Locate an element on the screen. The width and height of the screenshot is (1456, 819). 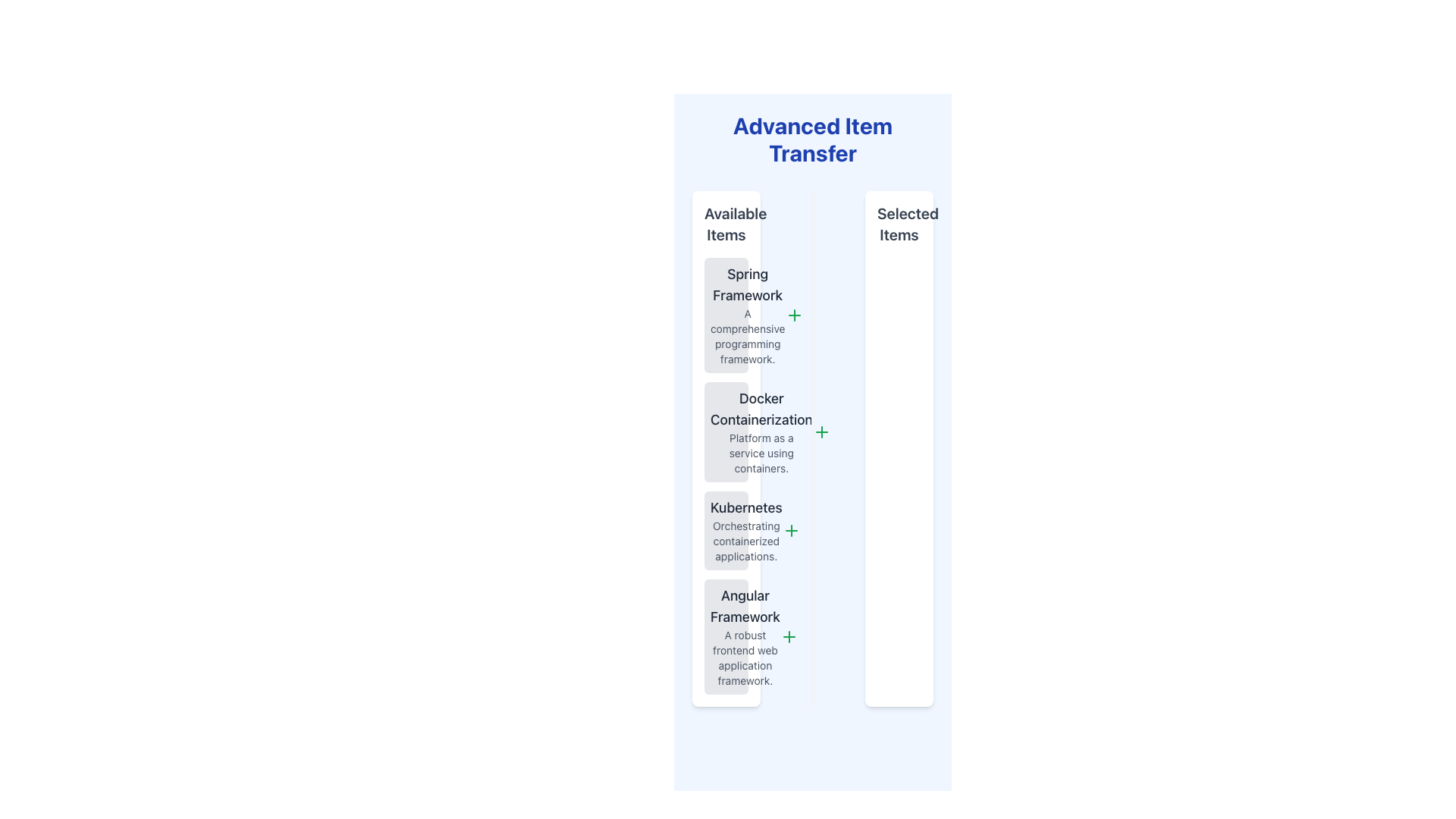
text content of the label displaying 'Orchestrating containerized applications.' located below the title 'Kubernetes' in the 'Available Items' section is located at coordinates (746, 540).